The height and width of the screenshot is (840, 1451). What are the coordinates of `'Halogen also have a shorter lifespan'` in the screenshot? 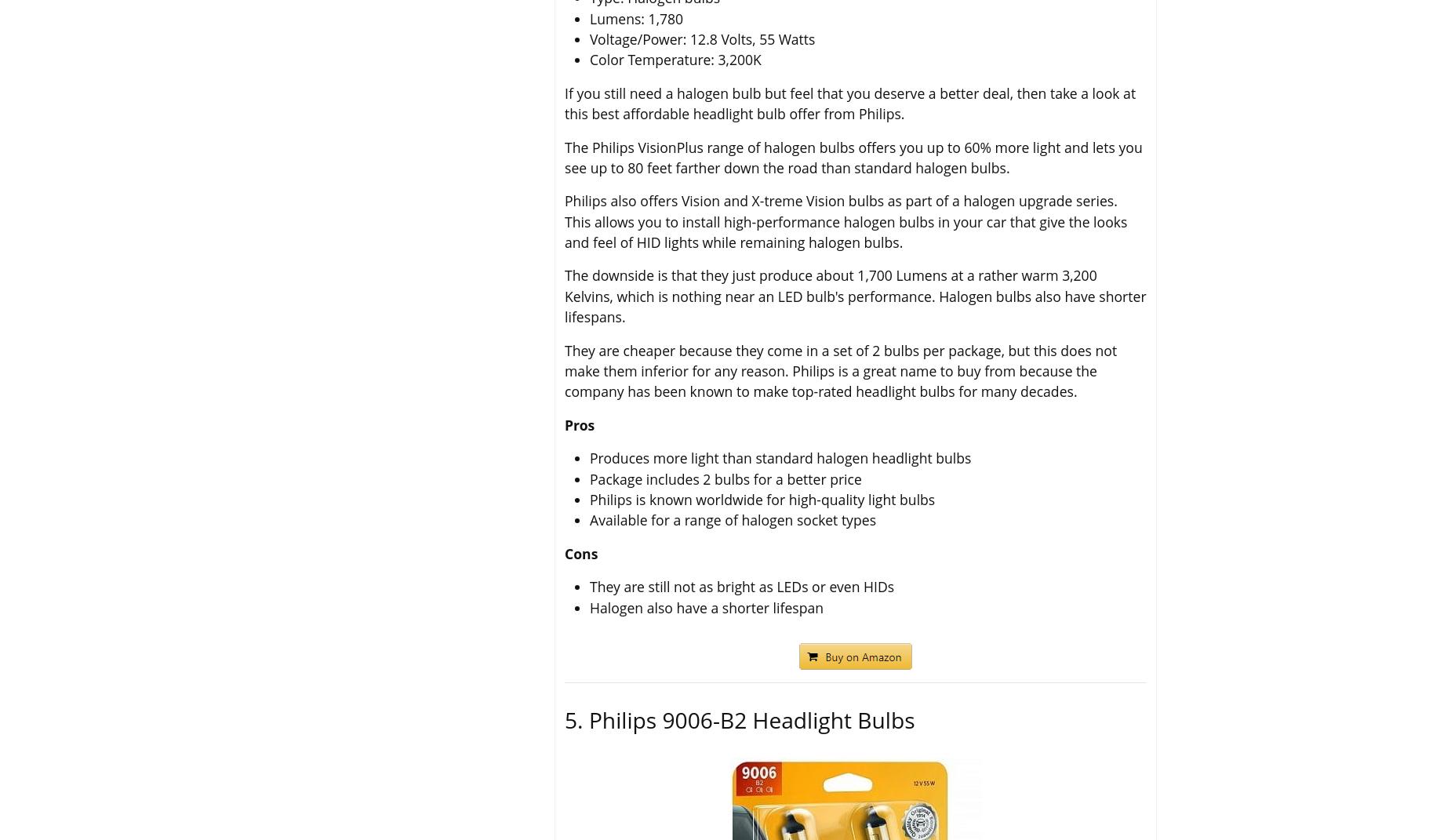 It's located at (706, 606).